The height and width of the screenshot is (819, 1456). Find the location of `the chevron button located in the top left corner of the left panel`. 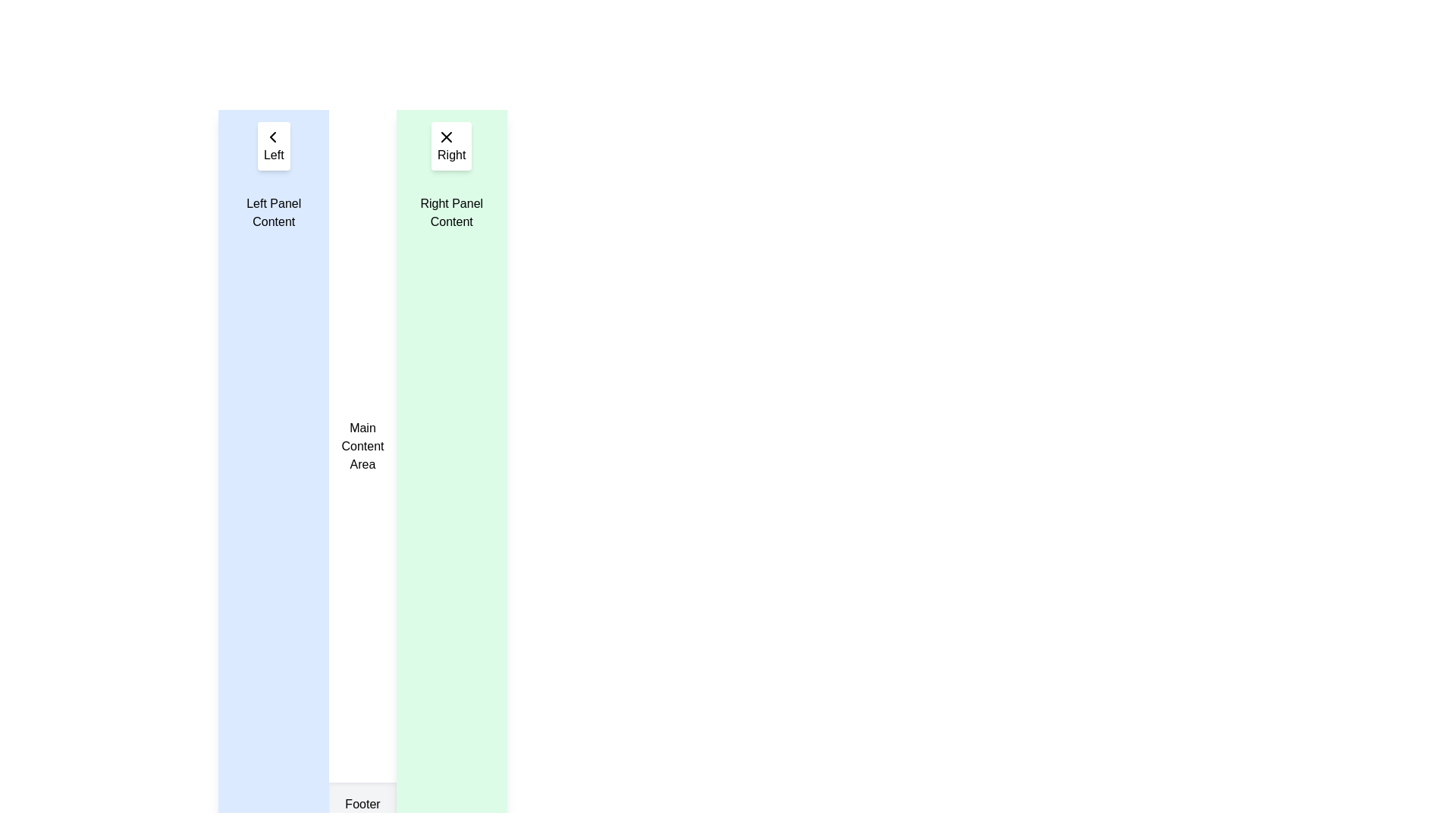

the chevron button located in the top left corner of the left panel is located at coordinates (272, 137).